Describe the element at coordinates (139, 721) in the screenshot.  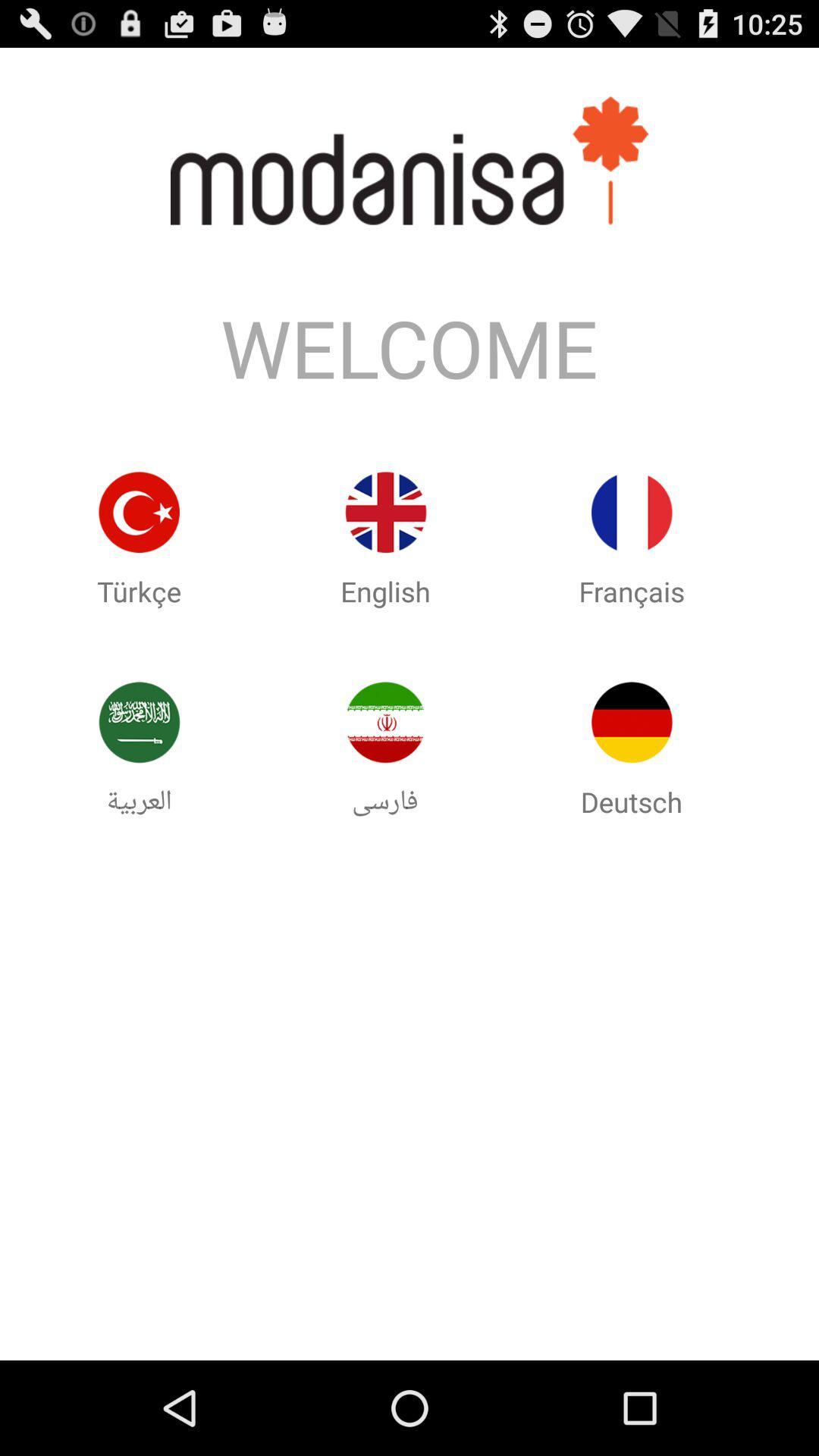
I see `click on country flag` at that location.